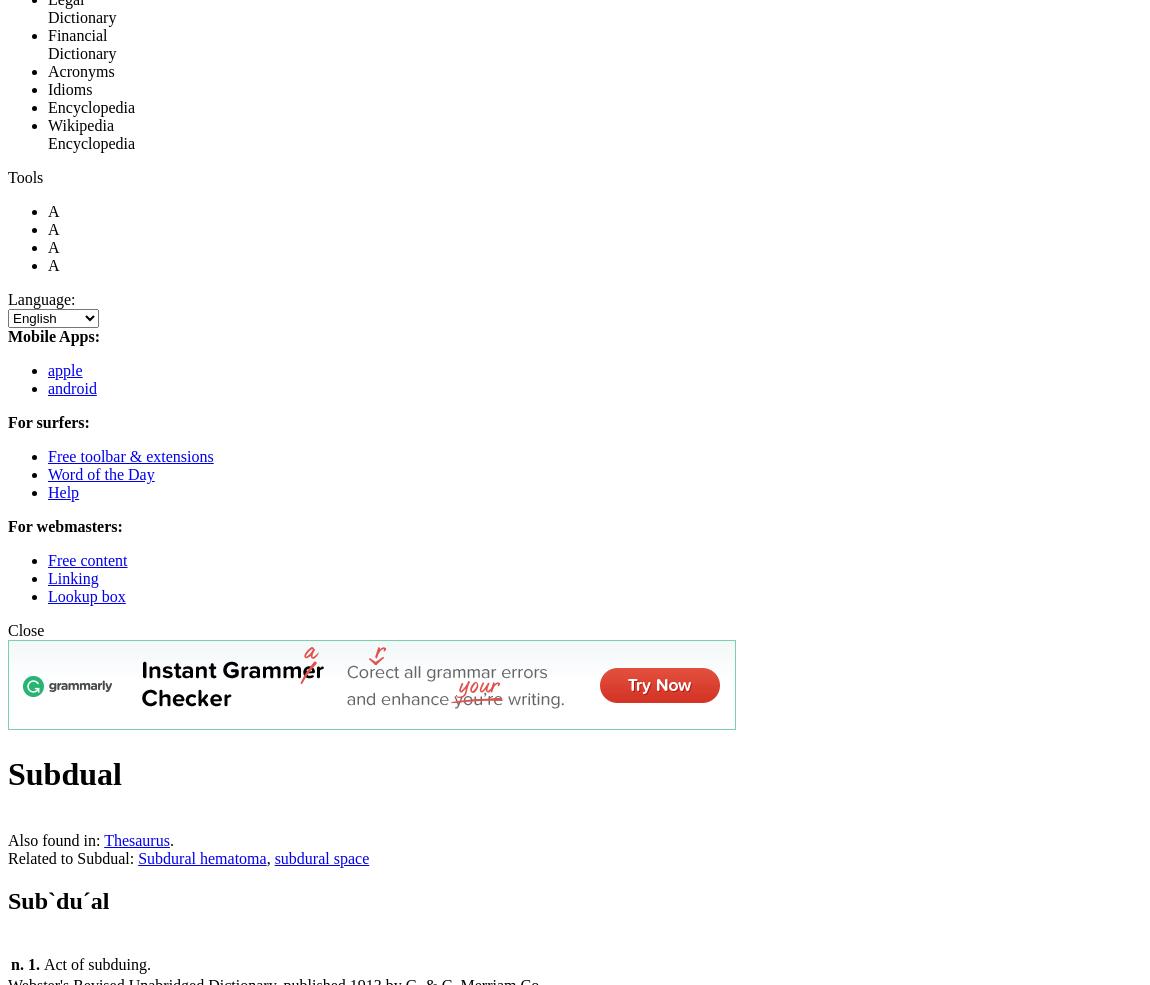 This screenshot has height=985, width=1150. I want to click on 'Related to Subdual:', so click(72, 857).